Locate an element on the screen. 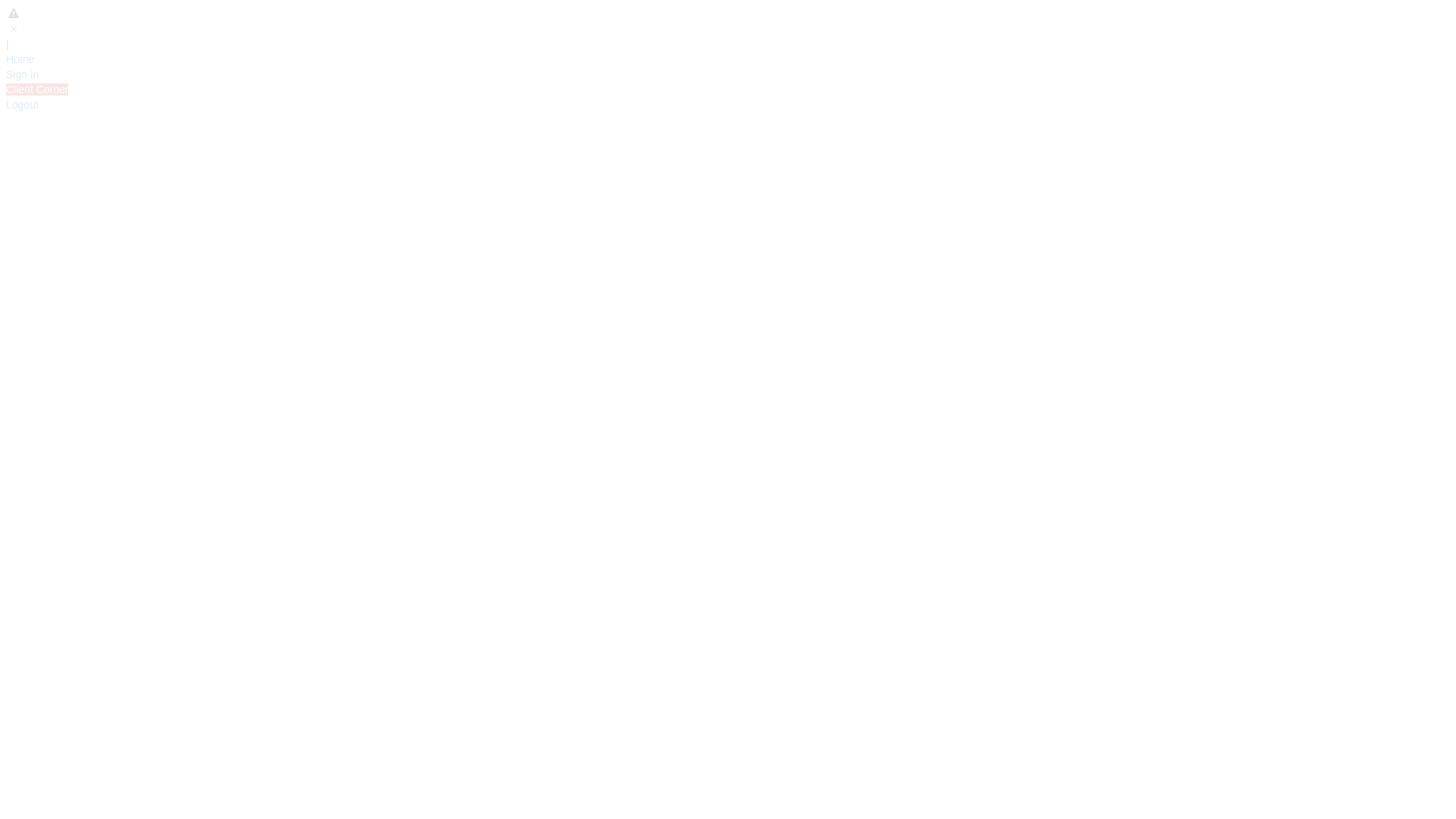 The width and height of the screenshot is (1456, 819). 'Logout' is located at coordinates (22, 104).